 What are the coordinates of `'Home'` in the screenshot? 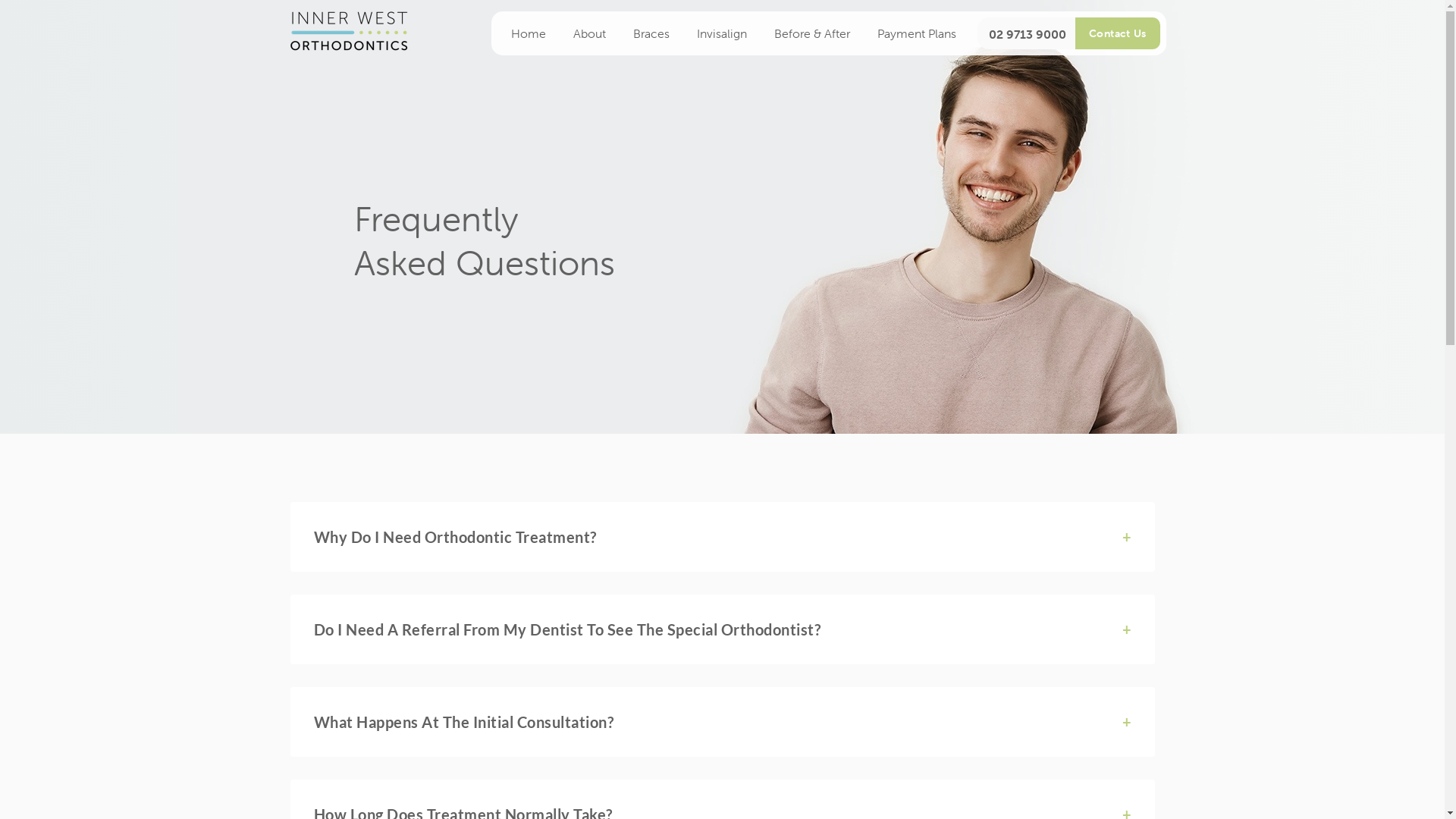 It's located at (528, 33).